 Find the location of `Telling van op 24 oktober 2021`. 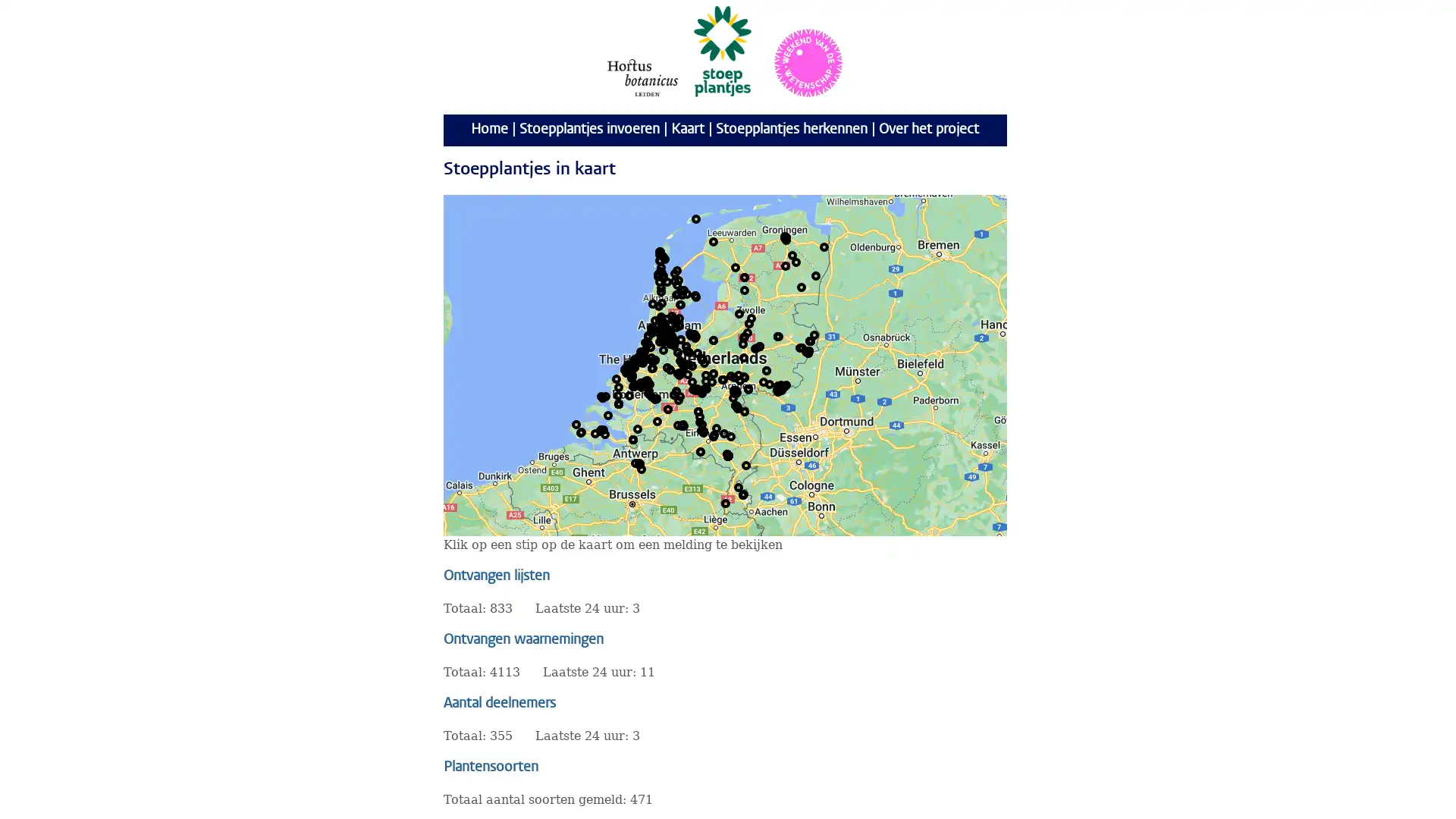

Telling van op 24 oktober 2021 is located at coordinates (697, 353).